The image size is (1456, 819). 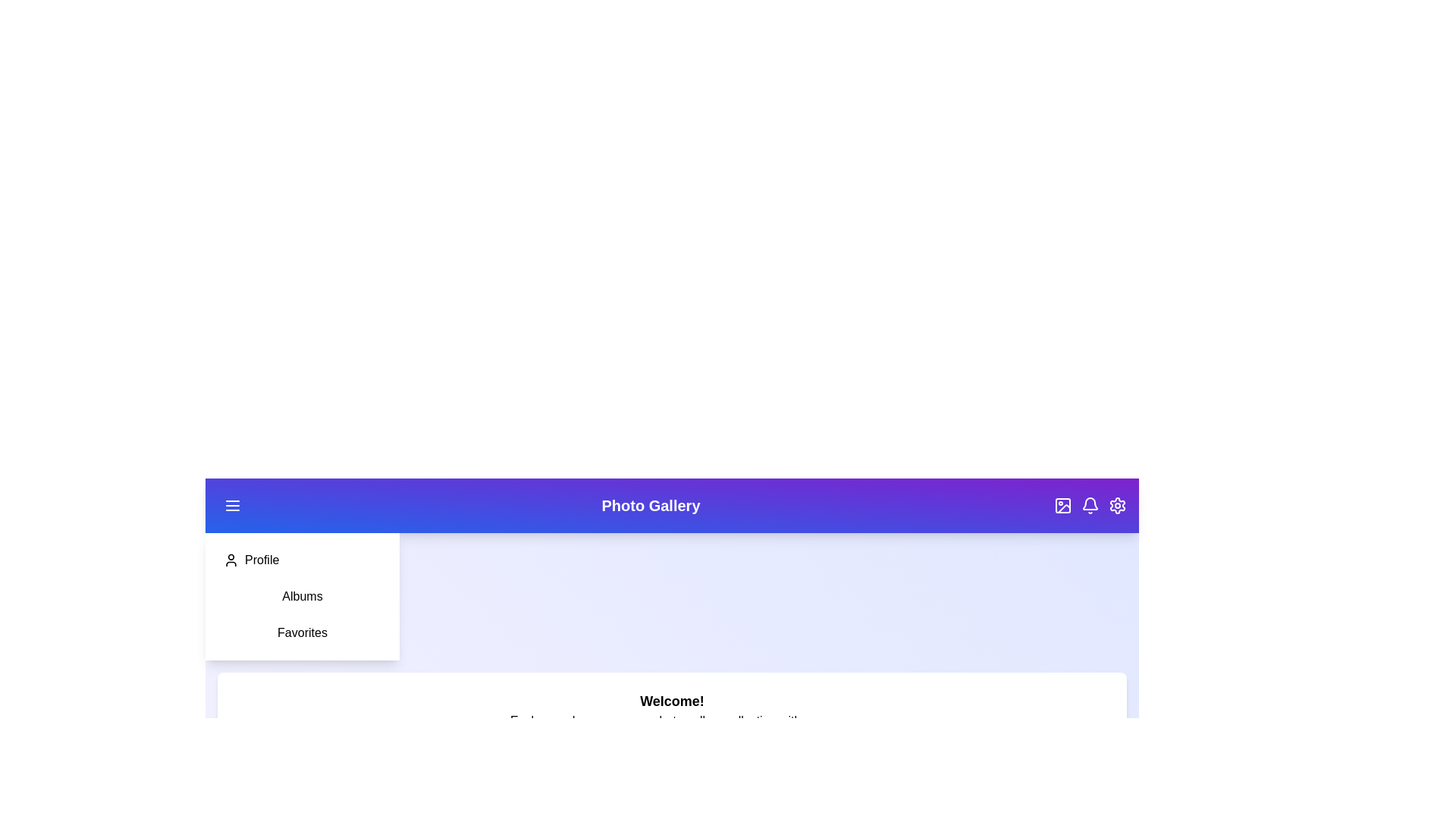 What do you see at coordinates (302, 632) in the screenshot?
I see `the 'Favorites' option in the sidebar` at bounding box center [302, 632].